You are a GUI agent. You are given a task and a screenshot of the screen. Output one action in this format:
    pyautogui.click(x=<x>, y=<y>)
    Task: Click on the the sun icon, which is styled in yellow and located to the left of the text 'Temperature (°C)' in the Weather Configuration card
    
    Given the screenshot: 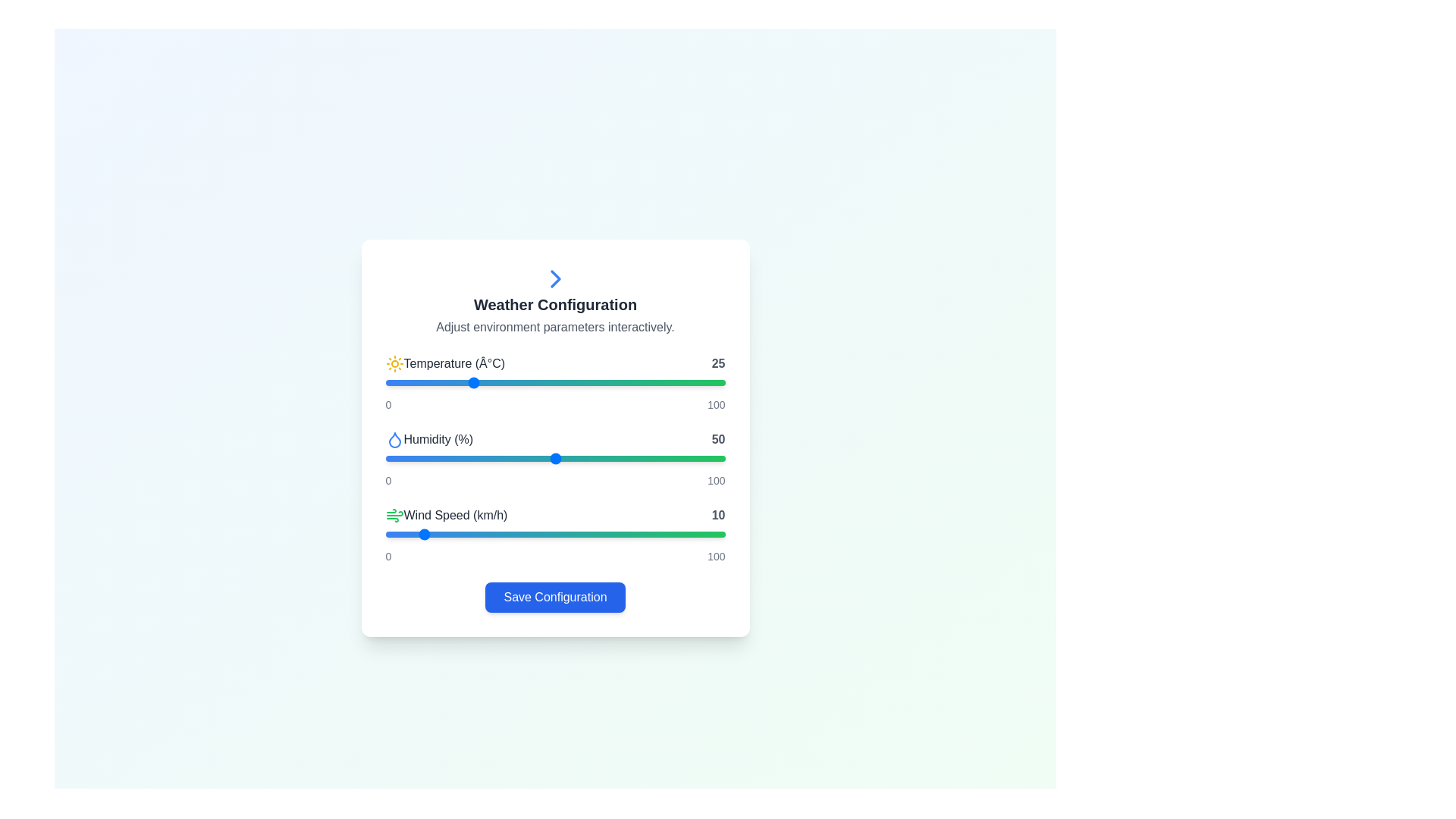 What is the action you would take?
    pyautogui.click(x=394, y=363)
    